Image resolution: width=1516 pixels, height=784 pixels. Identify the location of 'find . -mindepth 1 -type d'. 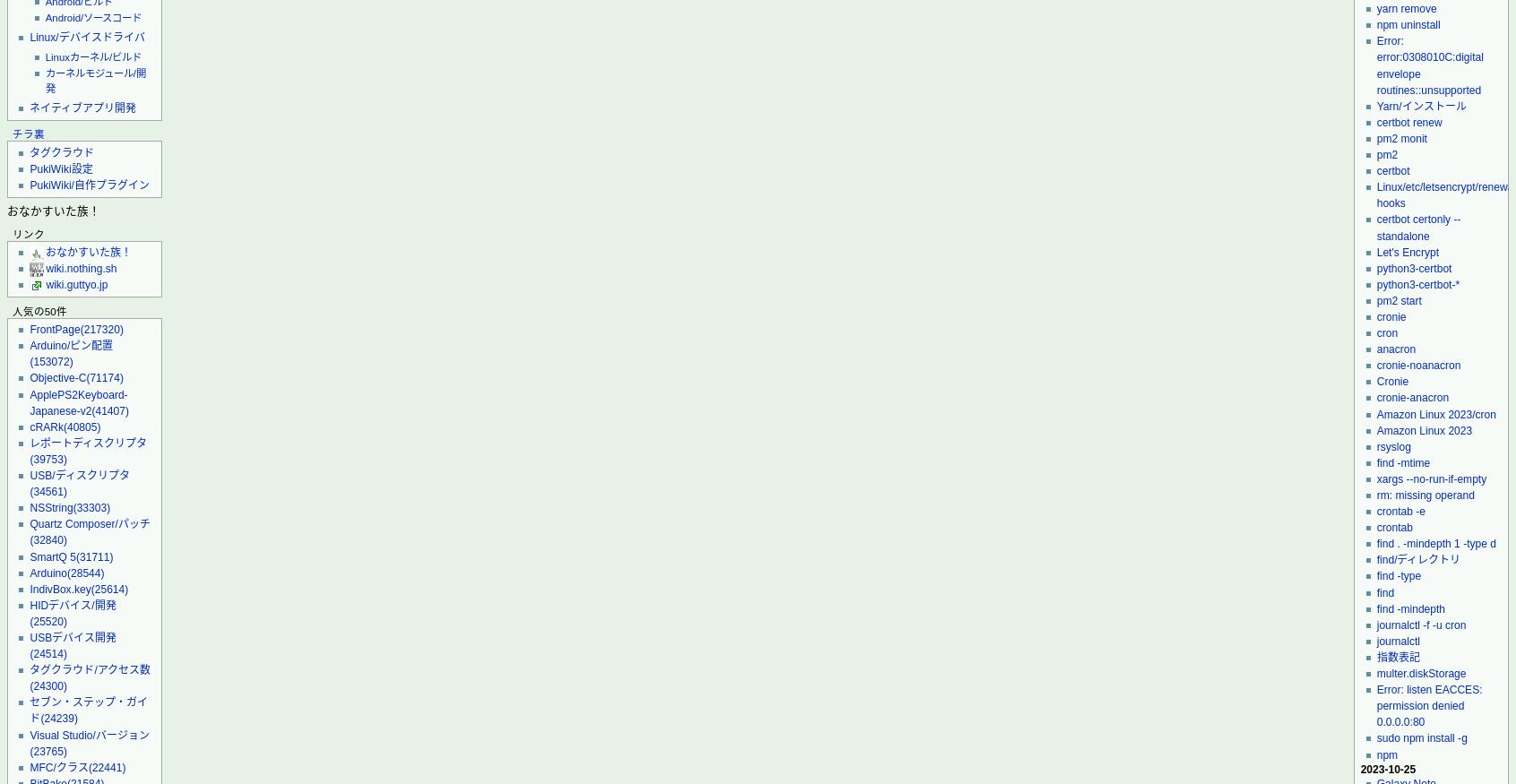
(1434, 543).